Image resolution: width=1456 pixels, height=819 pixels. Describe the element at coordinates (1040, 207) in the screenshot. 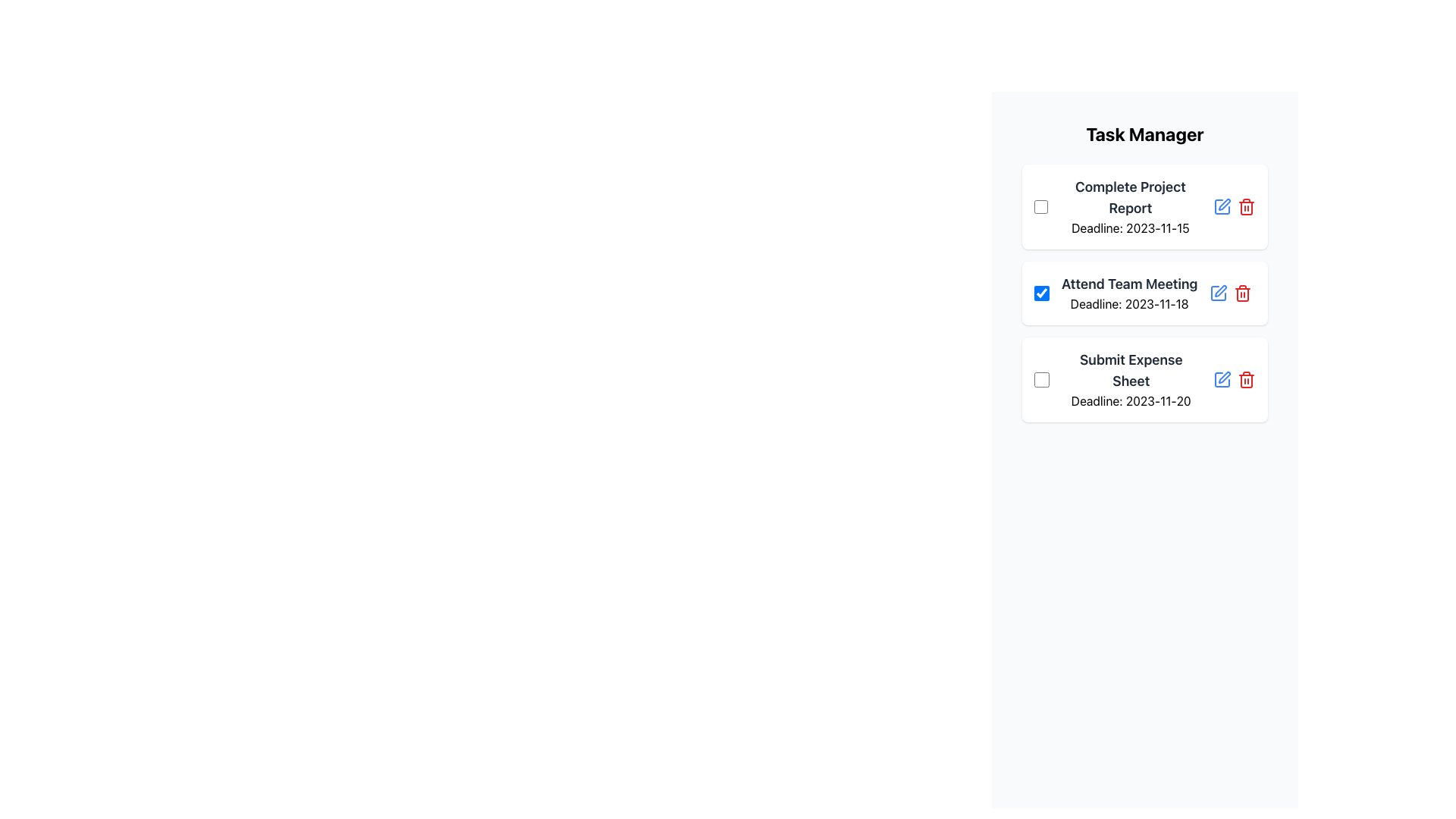

I see `the checkbox located on the left side of the task item box labeled 'Complete Project Report Deadline: 2023-11-15' for keyboard navigation` at that location.